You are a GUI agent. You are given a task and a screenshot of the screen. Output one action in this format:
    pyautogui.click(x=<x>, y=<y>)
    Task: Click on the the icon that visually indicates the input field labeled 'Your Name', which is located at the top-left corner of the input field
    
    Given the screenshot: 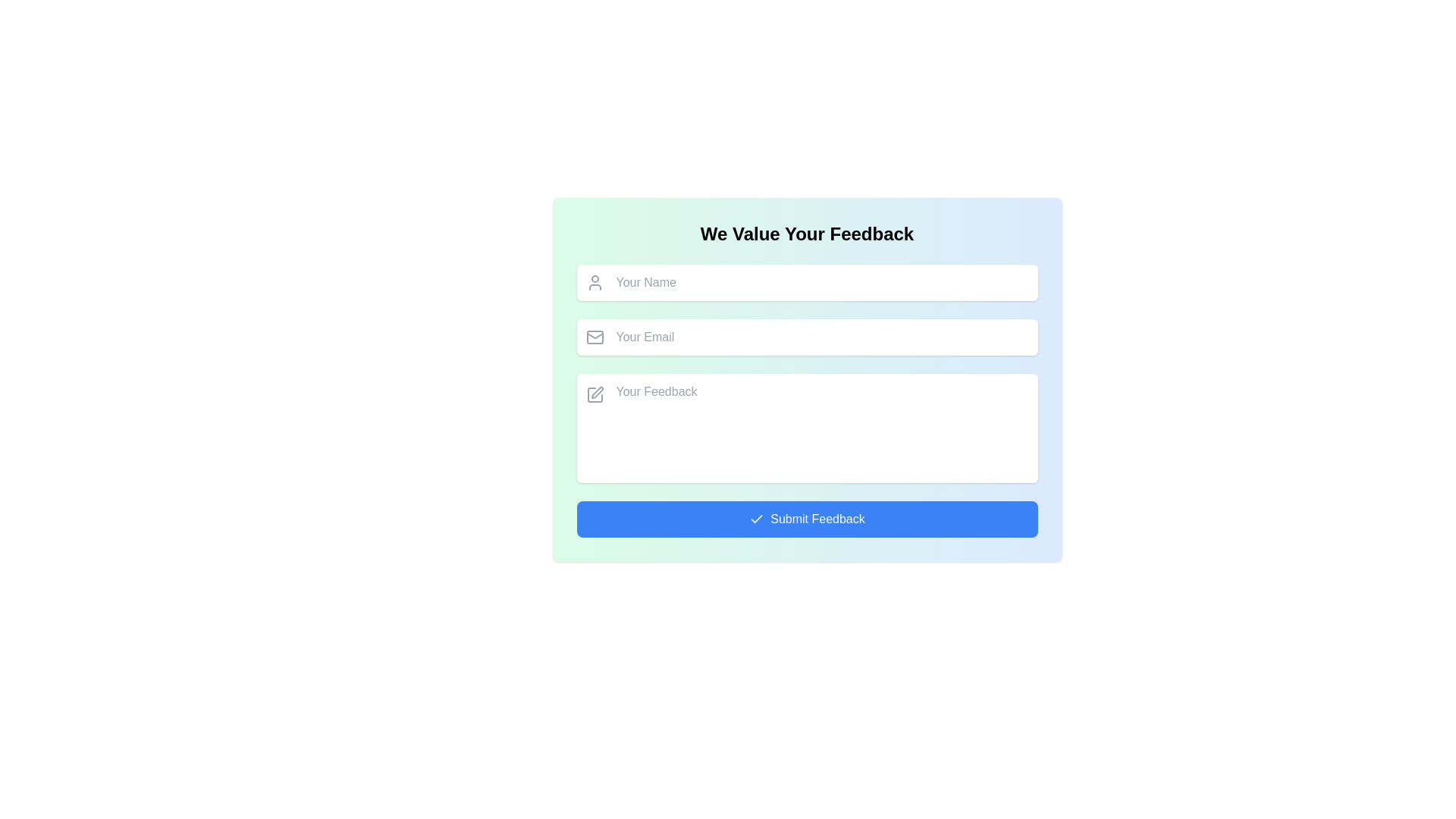 What is the action you would take?
    pyautogui.click(x=594, y=283)
    